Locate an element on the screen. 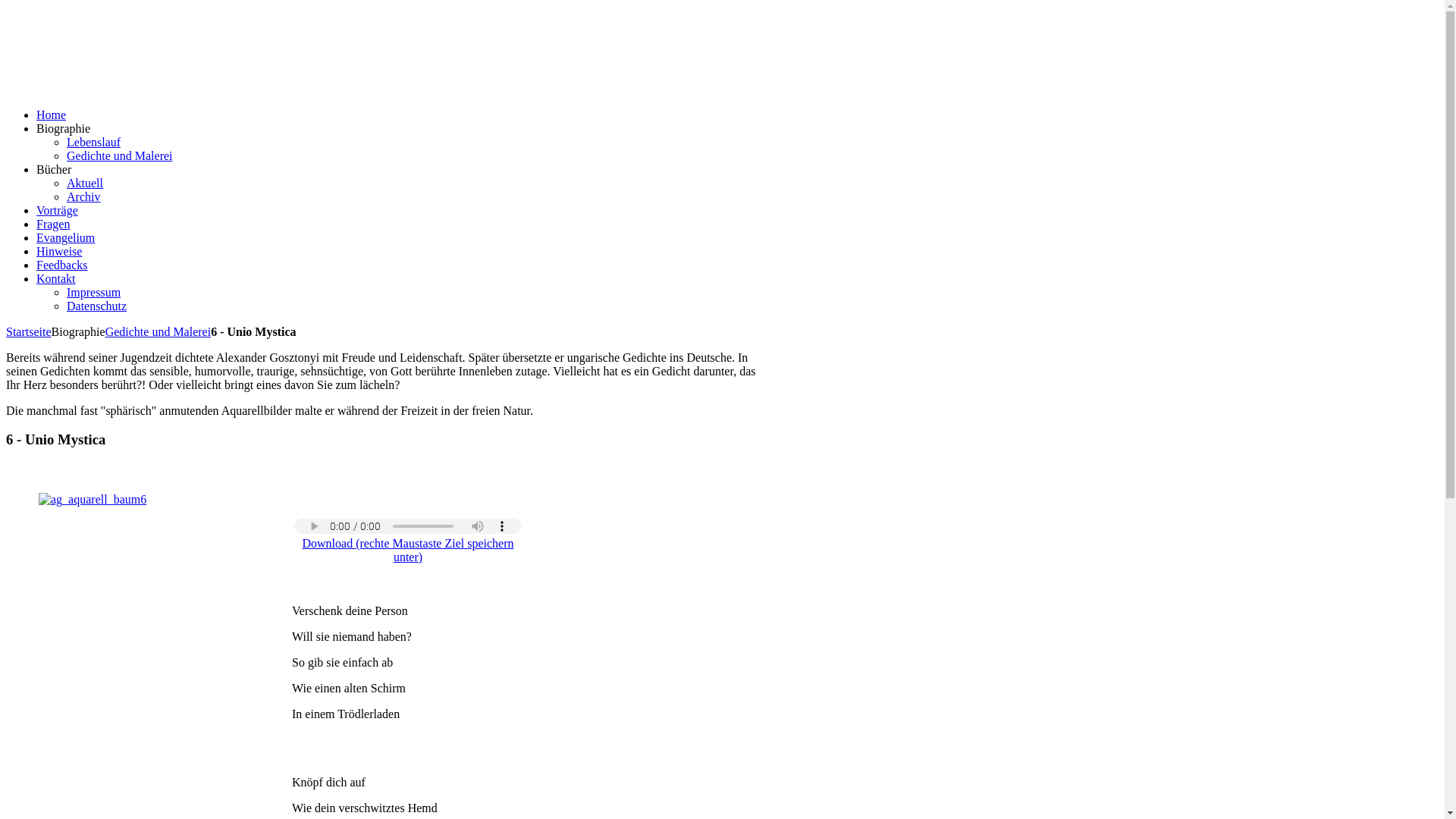 Image resolution: width=1456 pixels, height=819 pixels. 'Lebenslauf' is located at coordinates (93, 142).